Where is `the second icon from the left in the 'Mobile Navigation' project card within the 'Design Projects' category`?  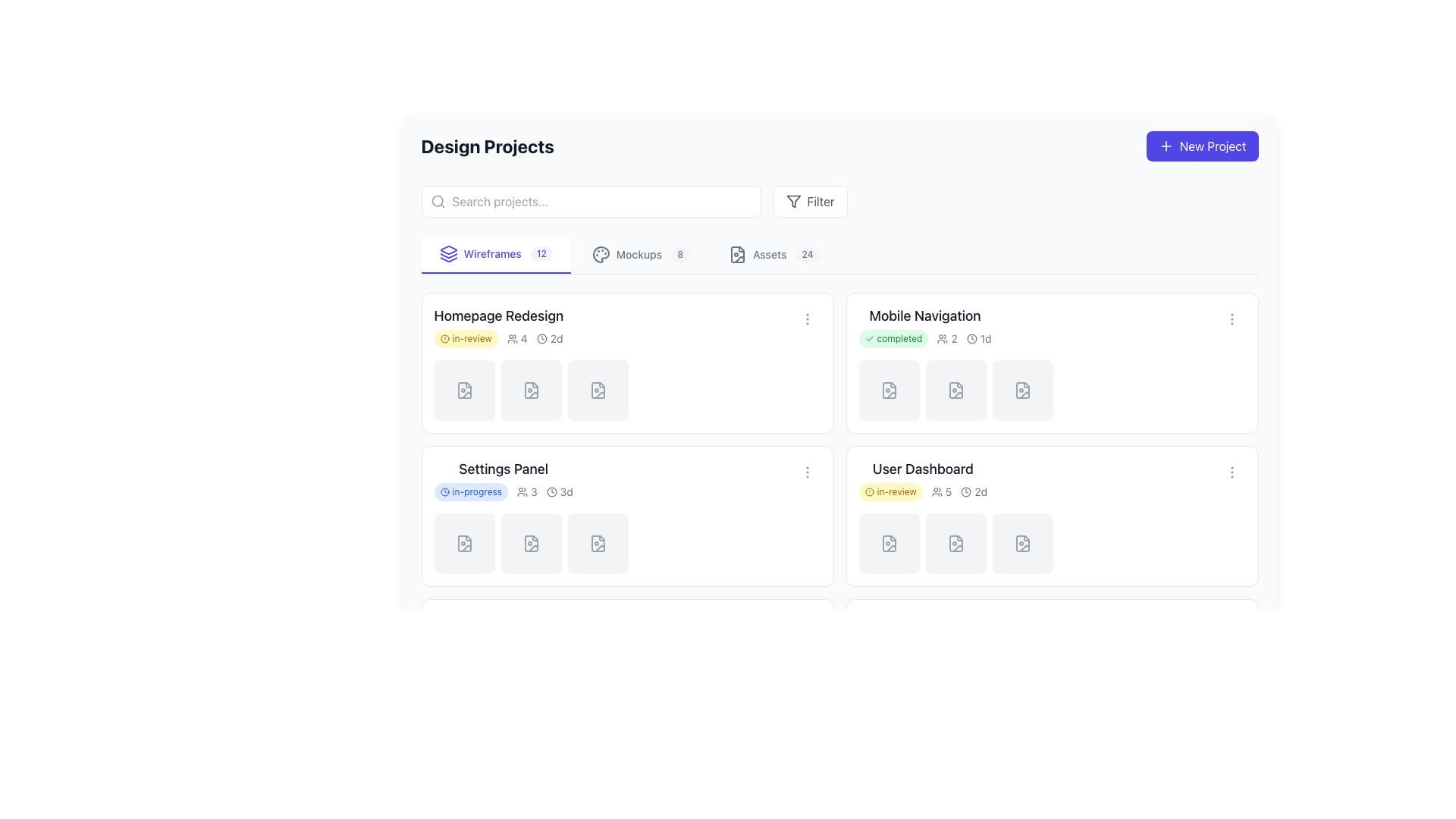 the second icon from the left in the 'Mobile Navigation' project card within the 'Design Projects' category is located at coordinates (889, 390).